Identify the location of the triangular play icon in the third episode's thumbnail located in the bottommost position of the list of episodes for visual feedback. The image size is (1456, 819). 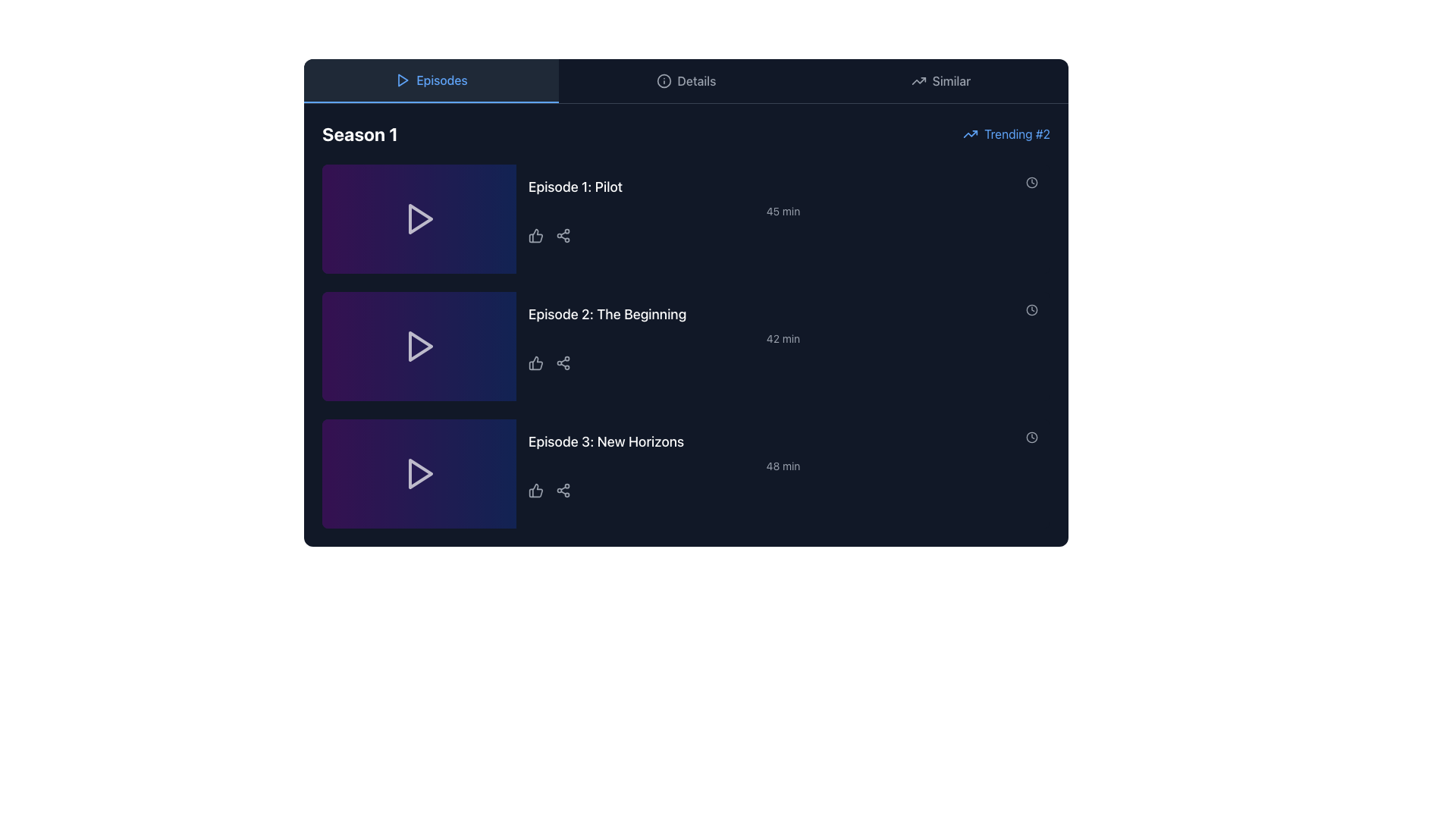
(421, 472).